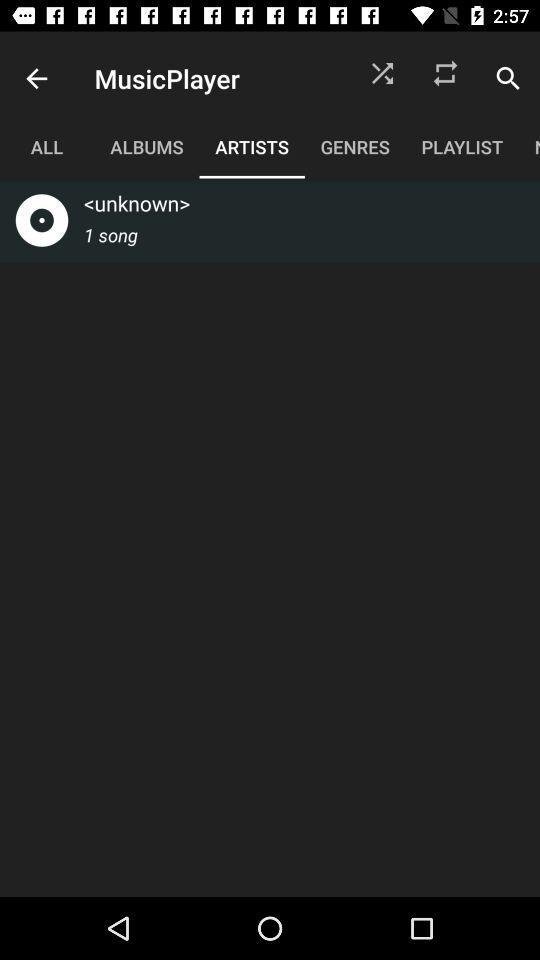  Describe the element at coordinates (382, 78) in the screenshot. I see `item next to musicplayer icon` at that location.